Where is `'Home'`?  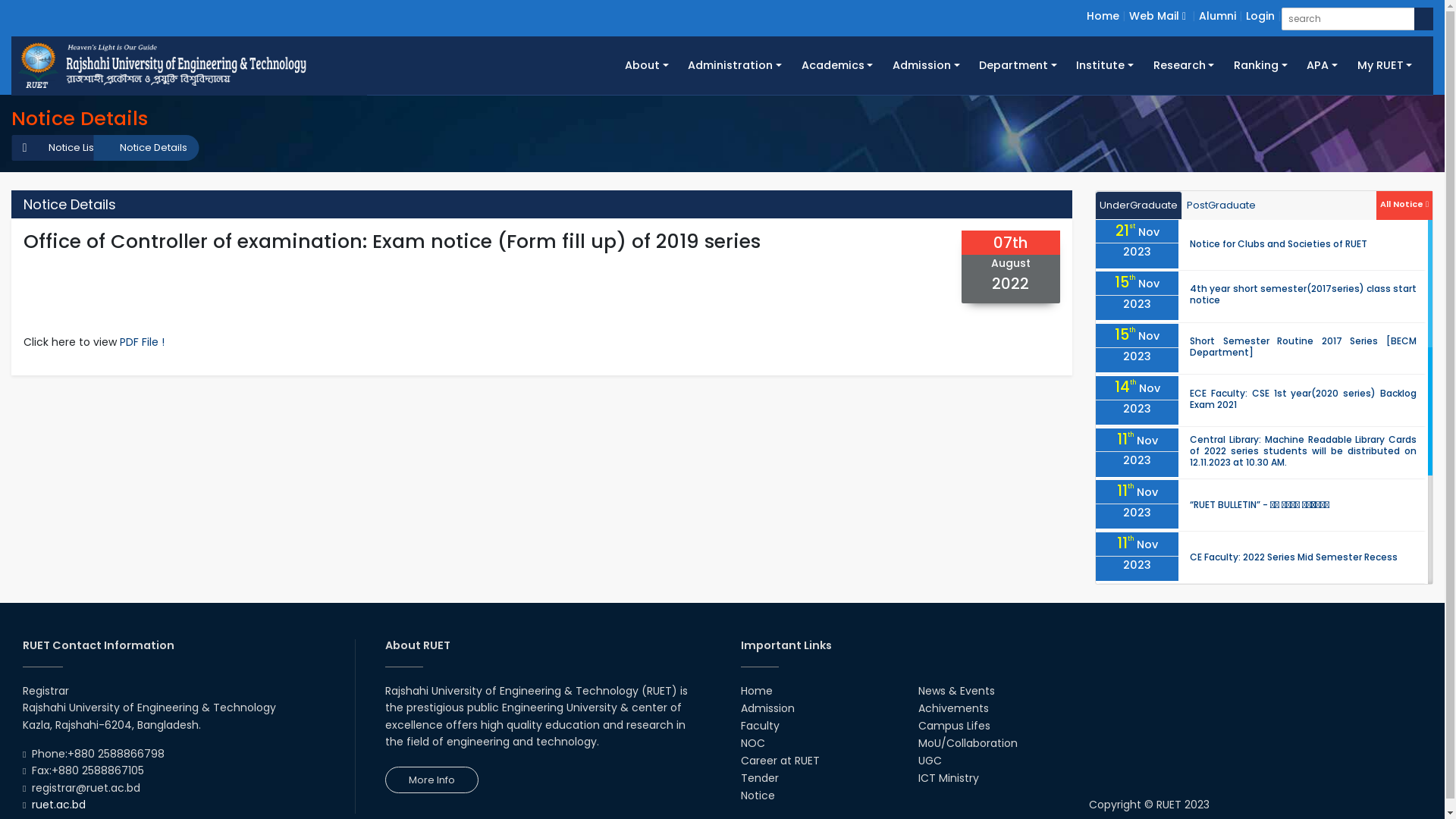 'Home' is located at coordinates (739, 690).